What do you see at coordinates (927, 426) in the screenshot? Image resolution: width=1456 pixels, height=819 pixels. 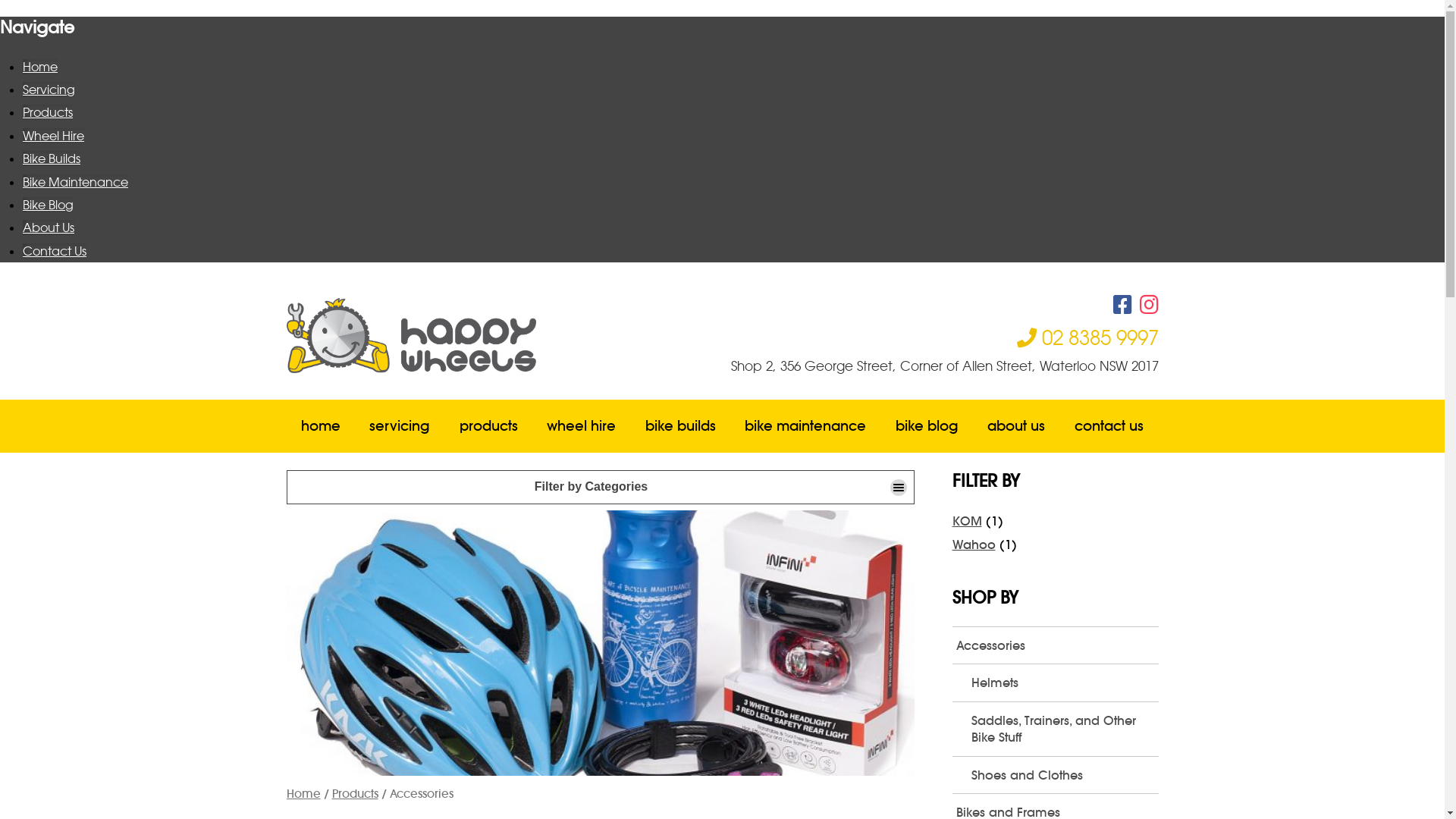 I see `'bike blog'` at bounding box center [927, 426].